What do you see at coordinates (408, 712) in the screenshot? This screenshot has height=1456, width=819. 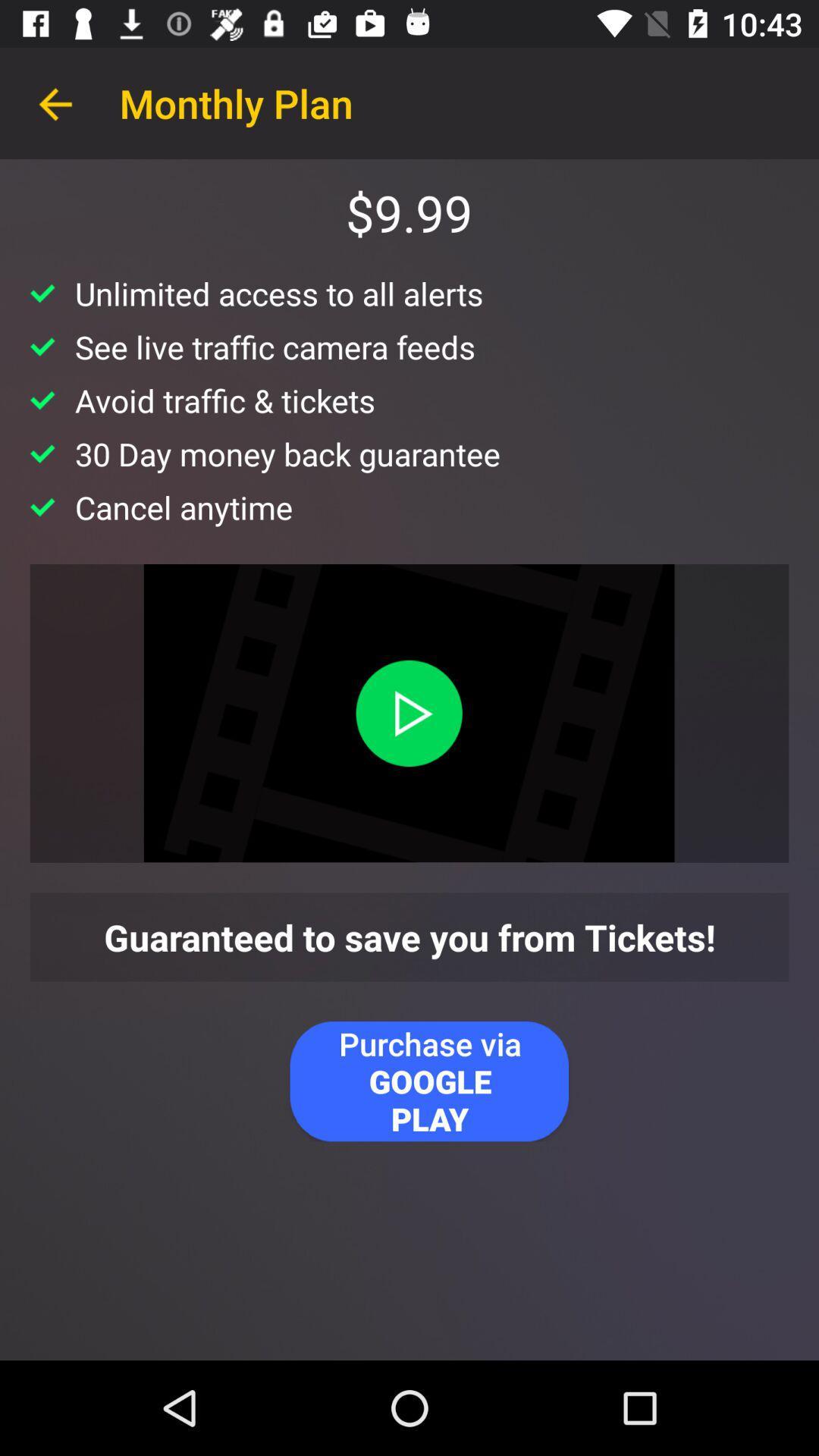 I see `the play icon` at bounding box center [408, 712].